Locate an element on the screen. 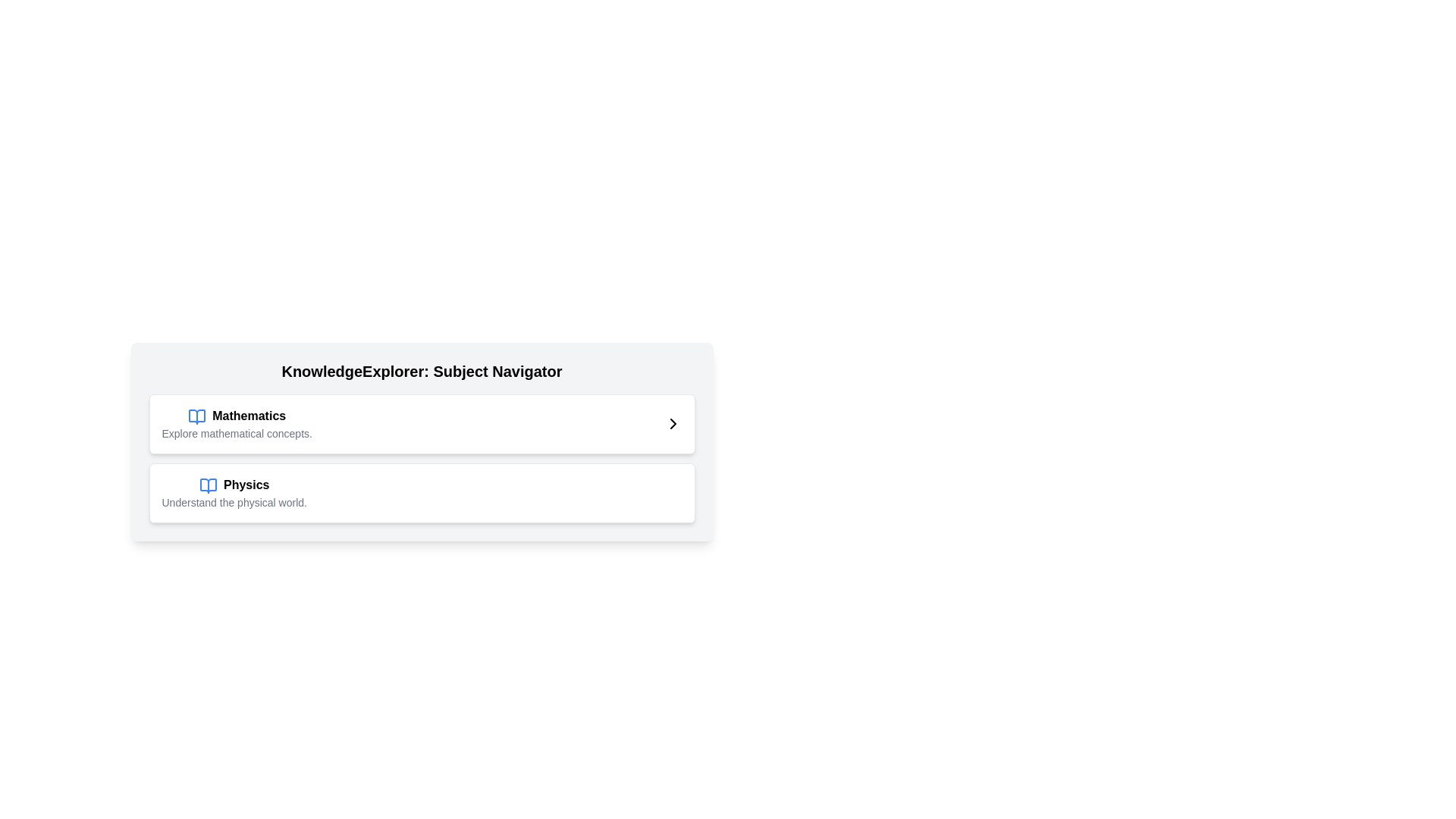  the Mathematics category icon to trigger the tooltip or highlight effect is located at coordinates (196, 416).